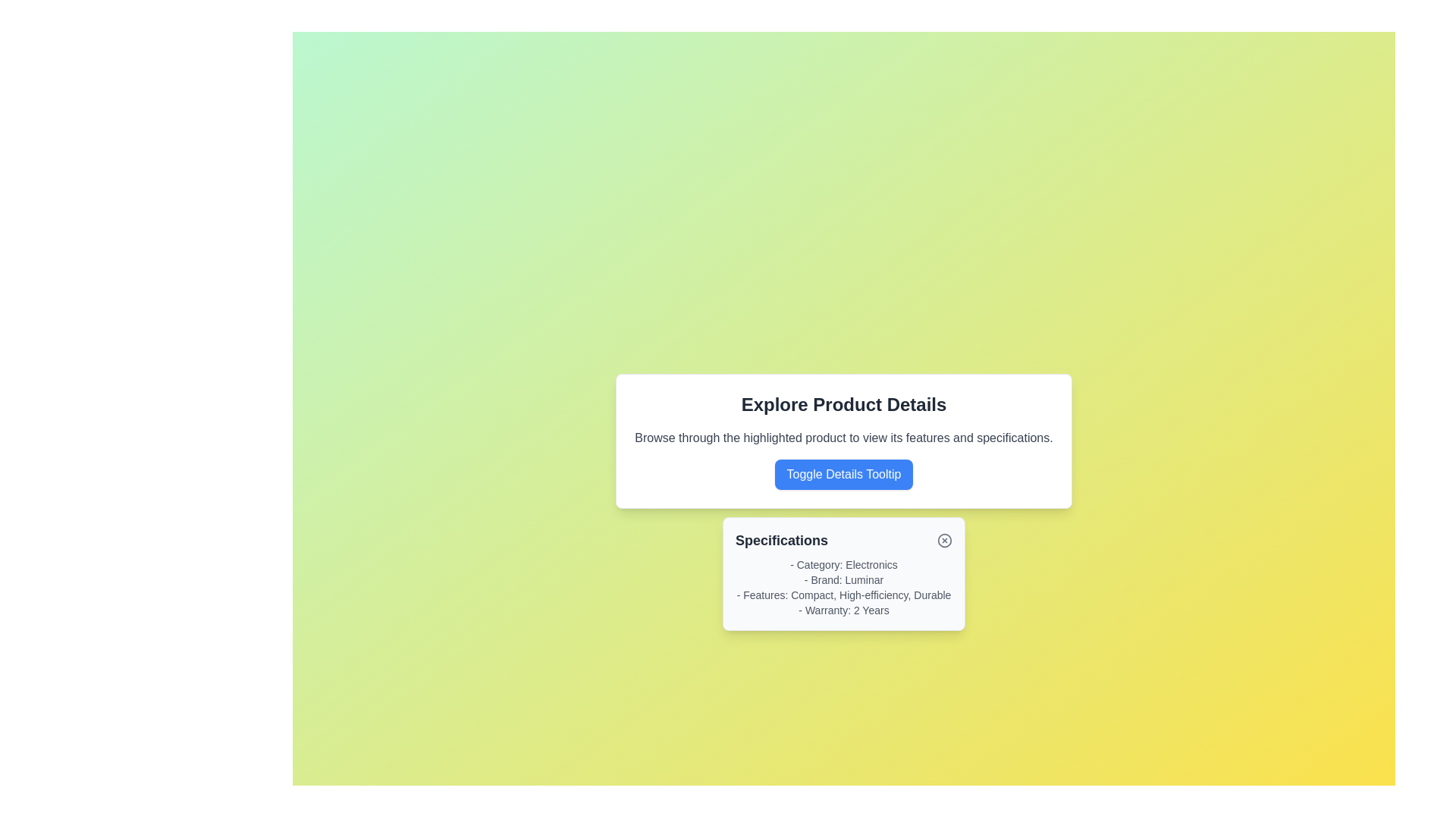 Image resolution: width=1456 pixels, height=819 pixels. What do you see at coordinates (944, 540) in the screenshot?
I see `the close or dismiss button located at the top-right corner of the 'Specifications' card to change its icon to a darker shade` at bounding box center [944, 540].